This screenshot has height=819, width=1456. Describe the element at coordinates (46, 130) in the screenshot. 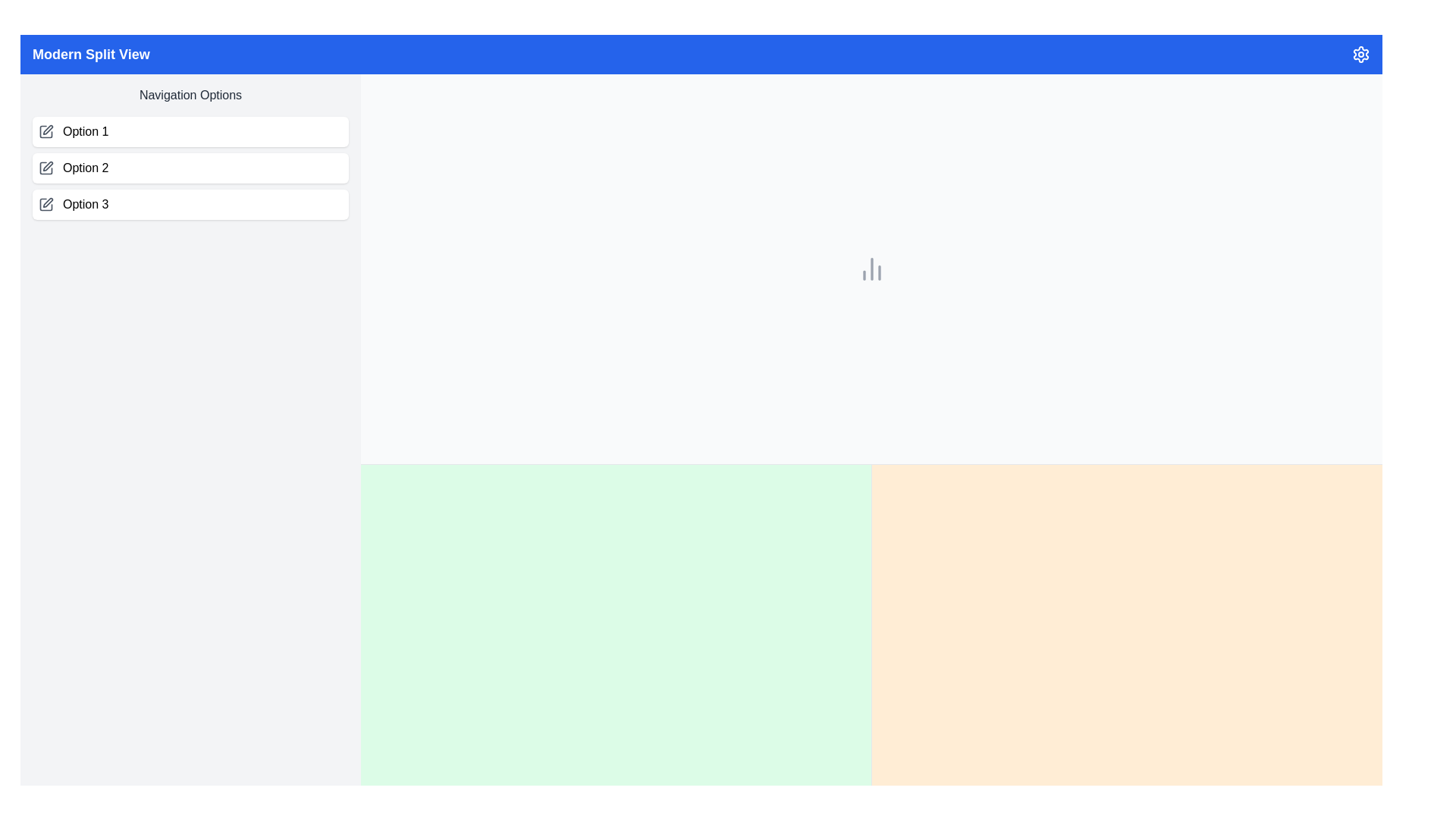

I see `the small graphical icon resembling a pen and square, which is gray in color and located to the left of the label 'Option 1' in the sidebar navigation` at that location.